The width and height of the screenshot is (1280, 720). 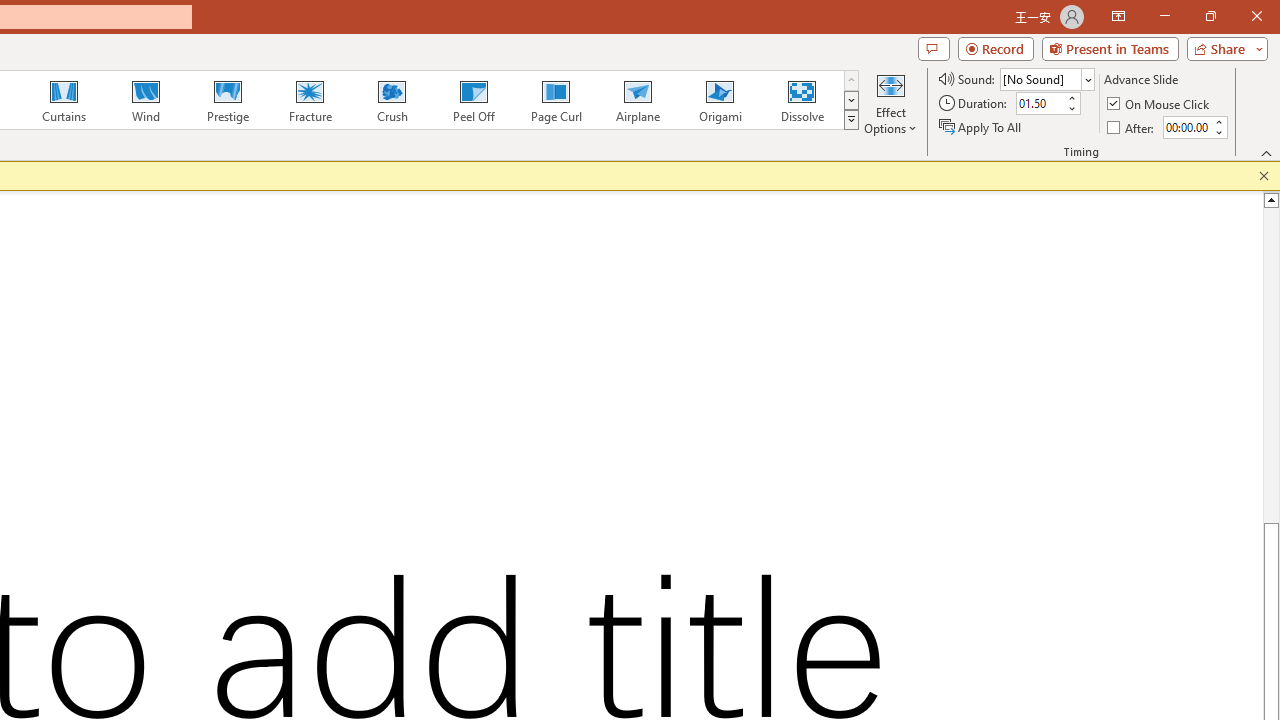 I want to click on 'Duration', so click(x=1040, y=103).